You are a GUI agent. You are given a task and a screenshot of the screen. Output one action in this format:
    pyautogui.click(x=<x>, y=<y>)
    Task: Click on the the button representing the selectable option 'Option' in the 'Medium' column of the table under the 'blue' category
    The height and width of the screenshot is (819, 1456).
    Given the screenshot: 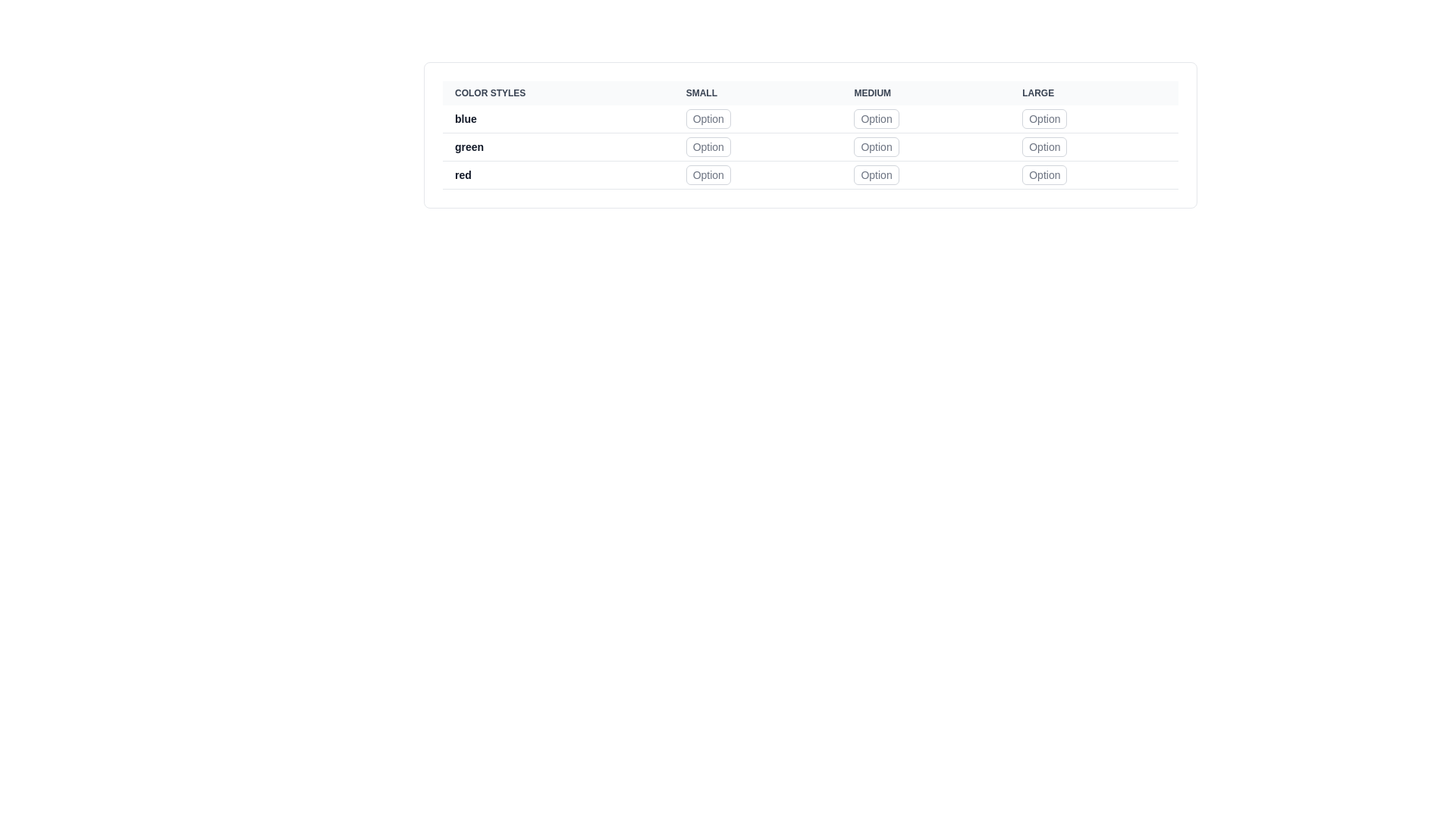 What is the action you would take?
    pyautogui.click(x=877, y=118)
    